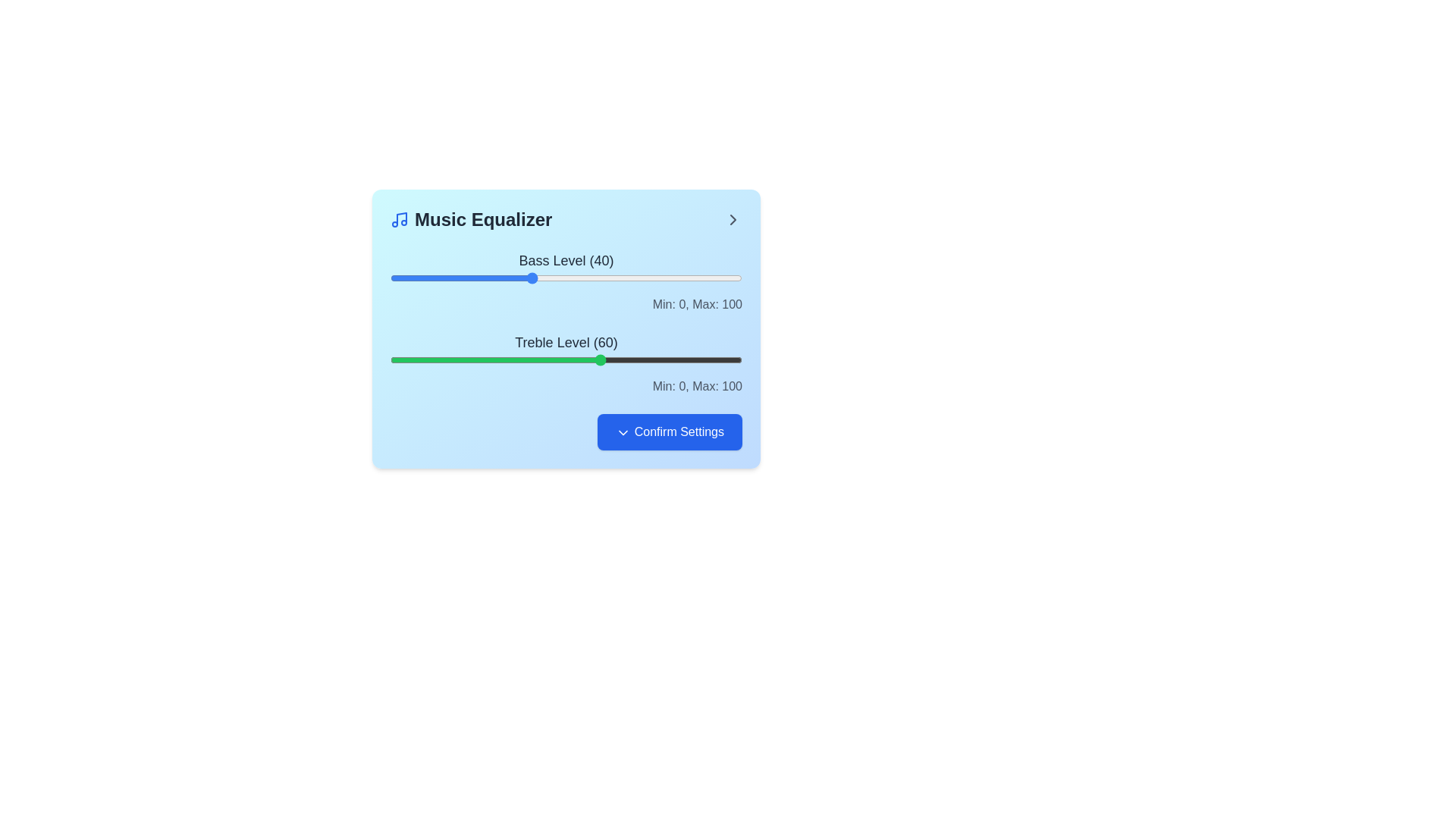  I want to click on the static text label that describes the purpose and current value (60) of the range slider located just below it, so click(566, 342).